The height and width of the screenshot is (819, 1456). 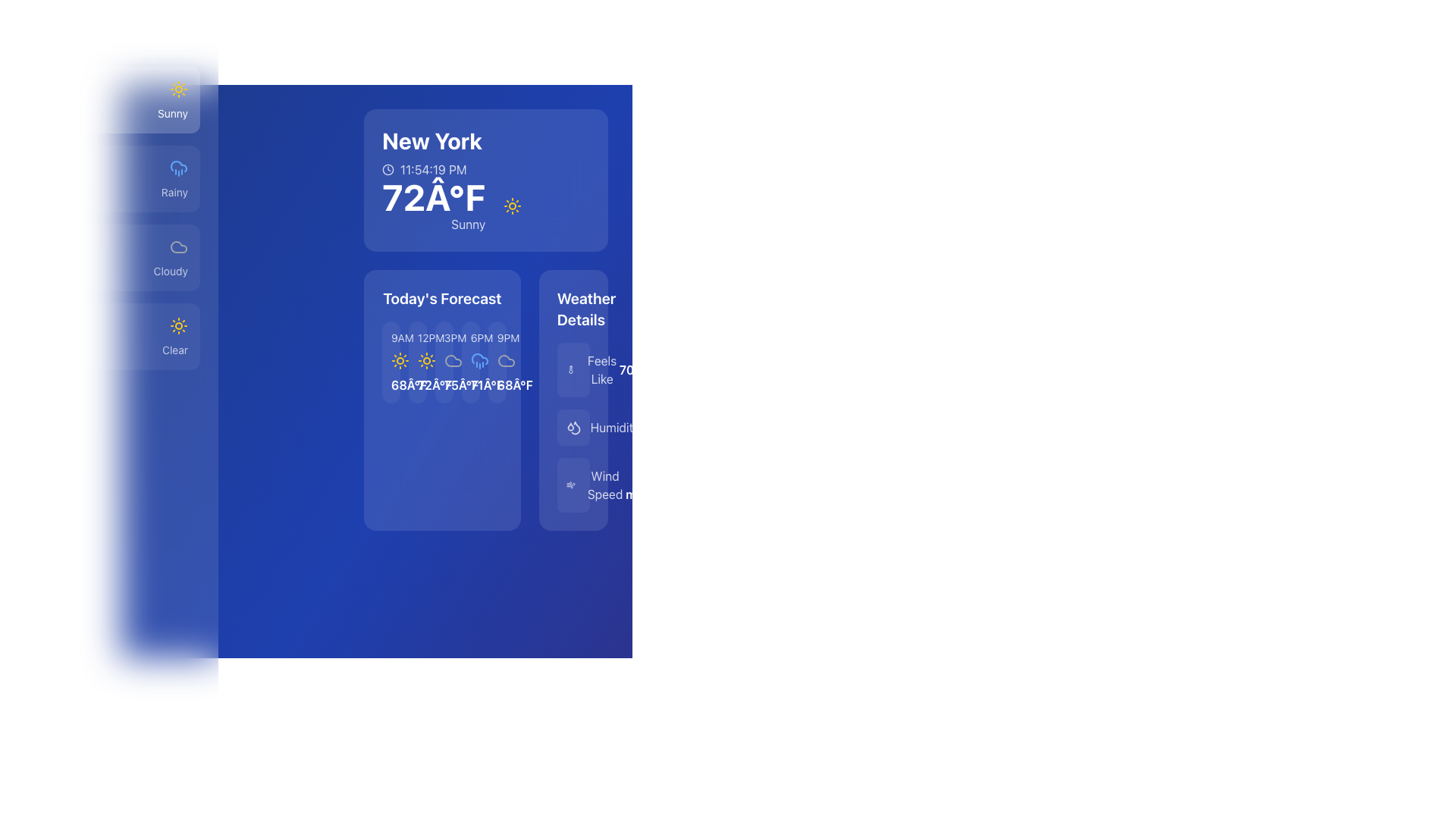 I want to click on the grid of weather information cards located in the middle section of the 'Today's Forecast' card, so click(x=441, y=362).